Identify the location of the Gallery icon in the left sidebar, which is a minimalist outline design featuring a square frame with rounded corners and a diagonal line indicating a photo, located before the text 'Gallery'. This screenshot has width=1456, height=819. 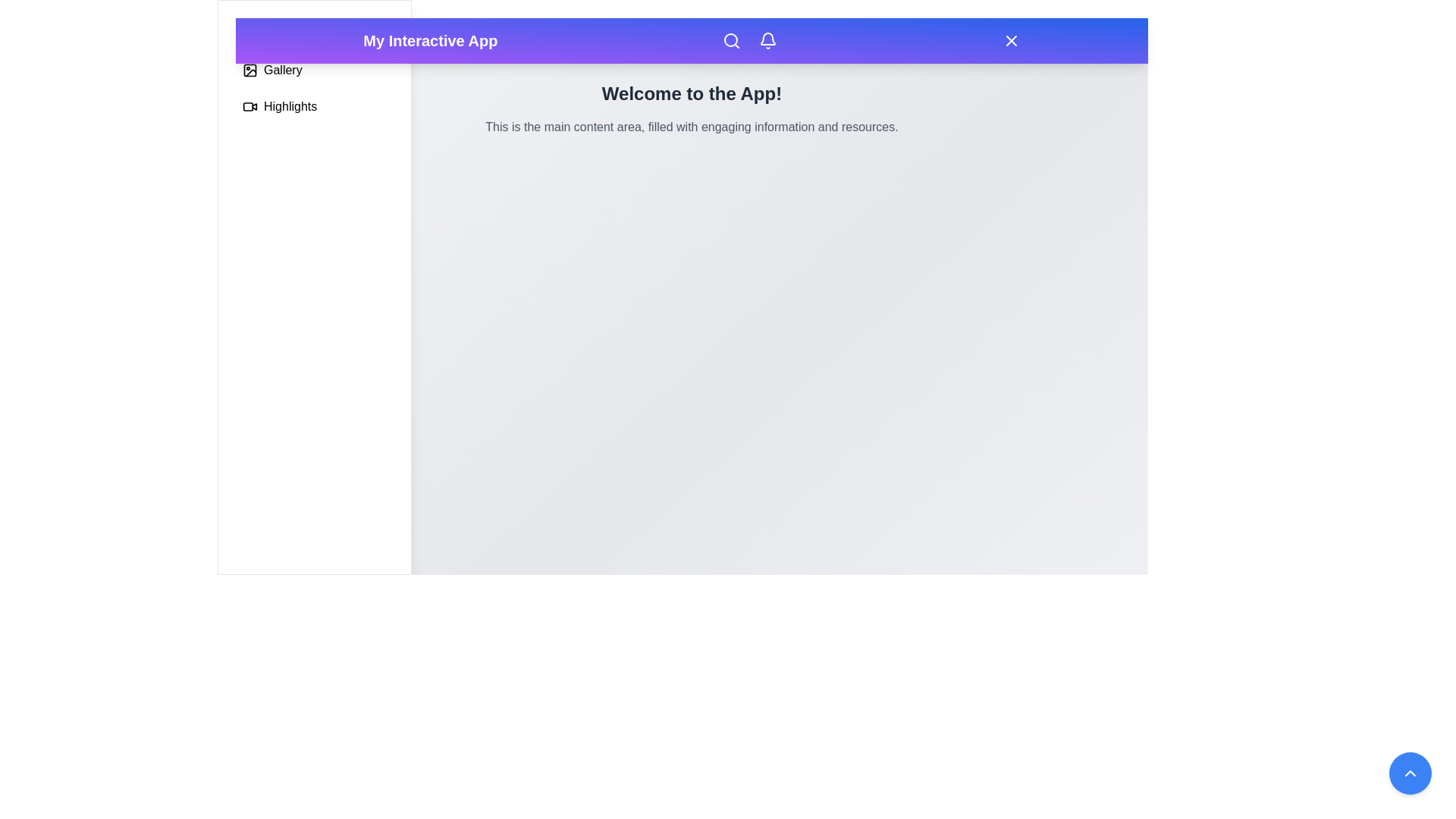
(250, 70).